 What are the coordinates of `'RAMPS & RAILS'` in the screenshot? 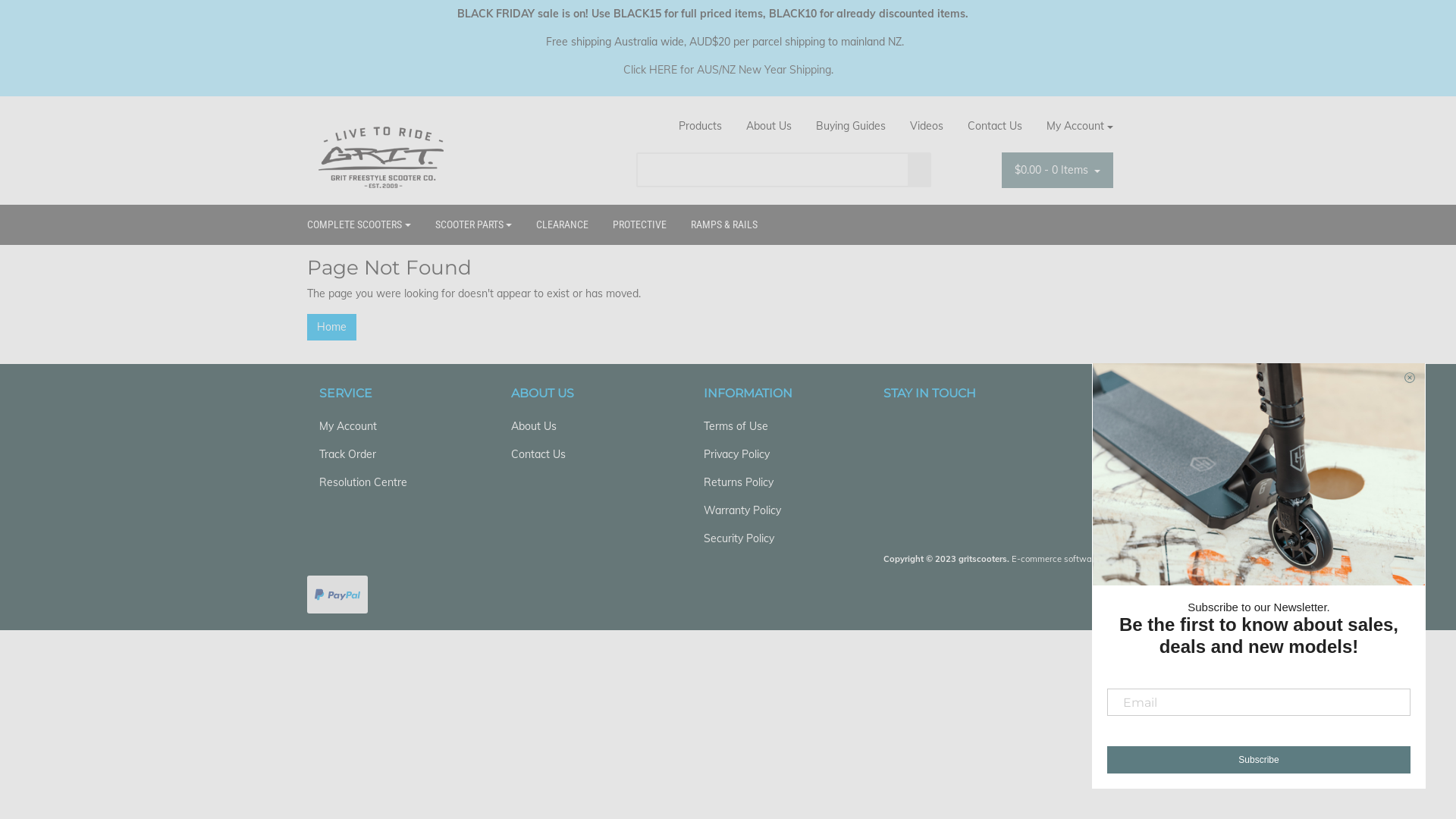 It's located at (723, 224).